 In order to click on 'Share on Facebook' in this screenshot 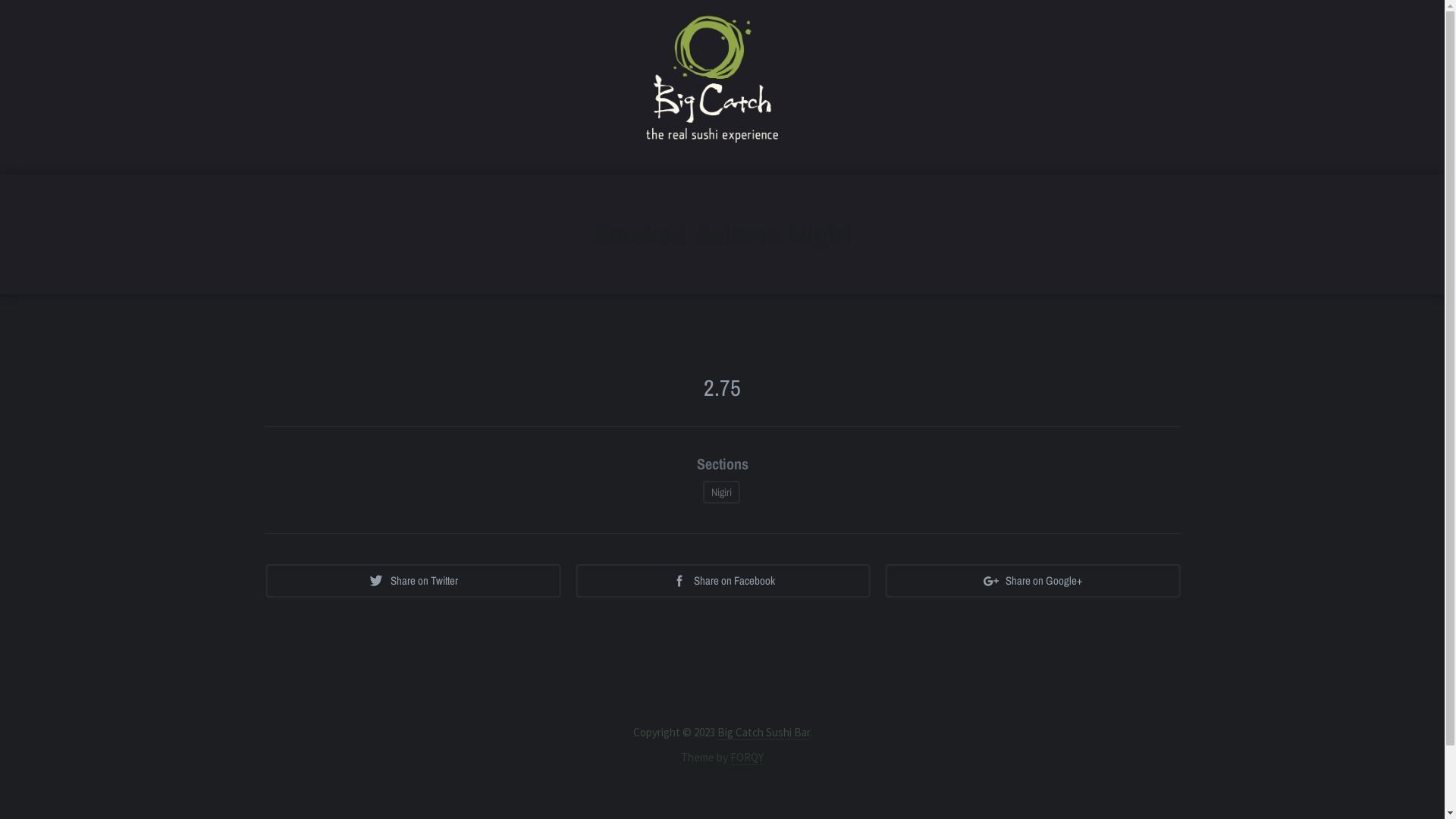, I will do `click(722, 580)`.